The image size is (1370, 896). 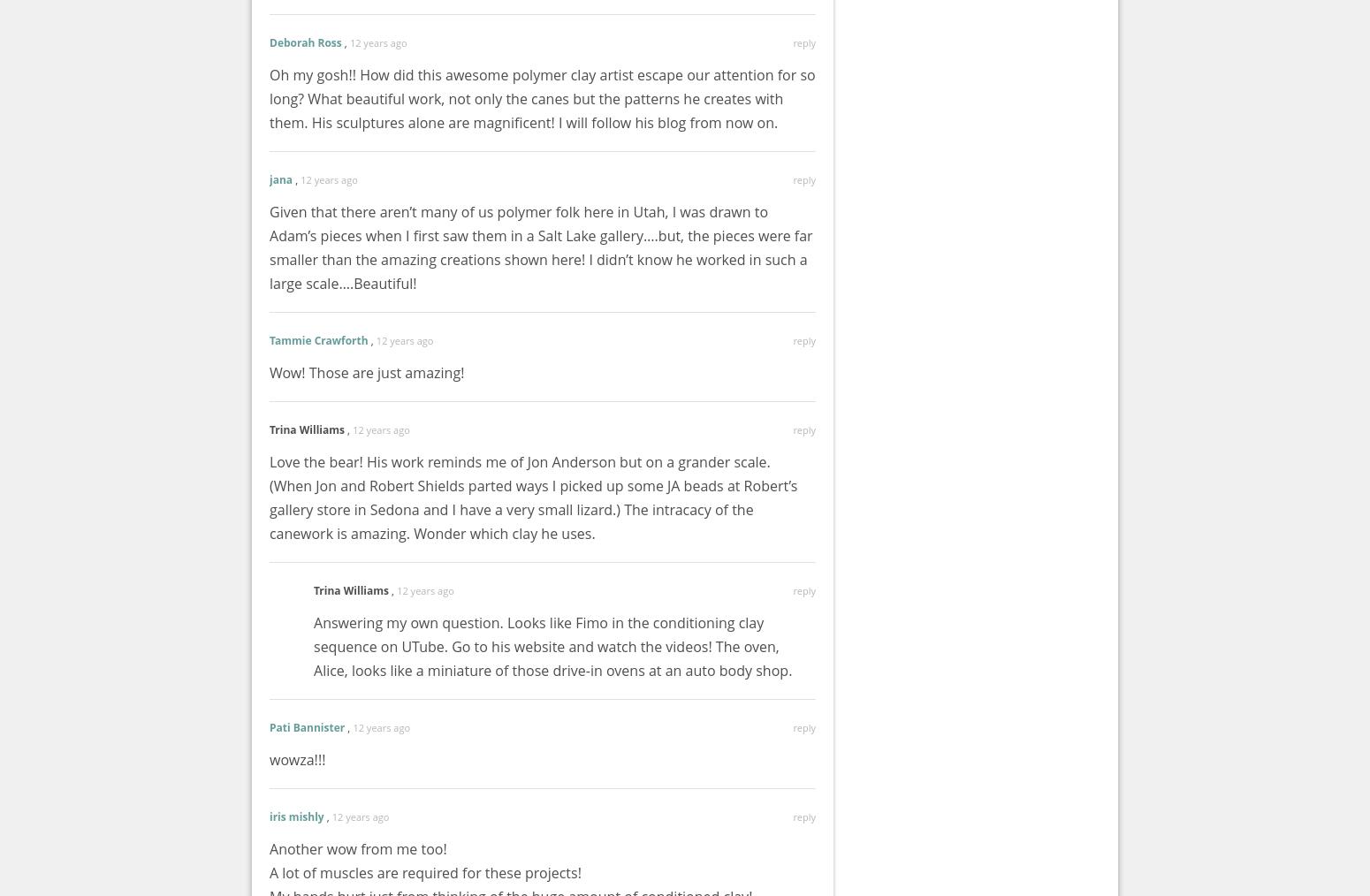 What do you see at coordinates (270, 178) in the screenshot?
I see `'jana'` at bounding box center [270, 178].